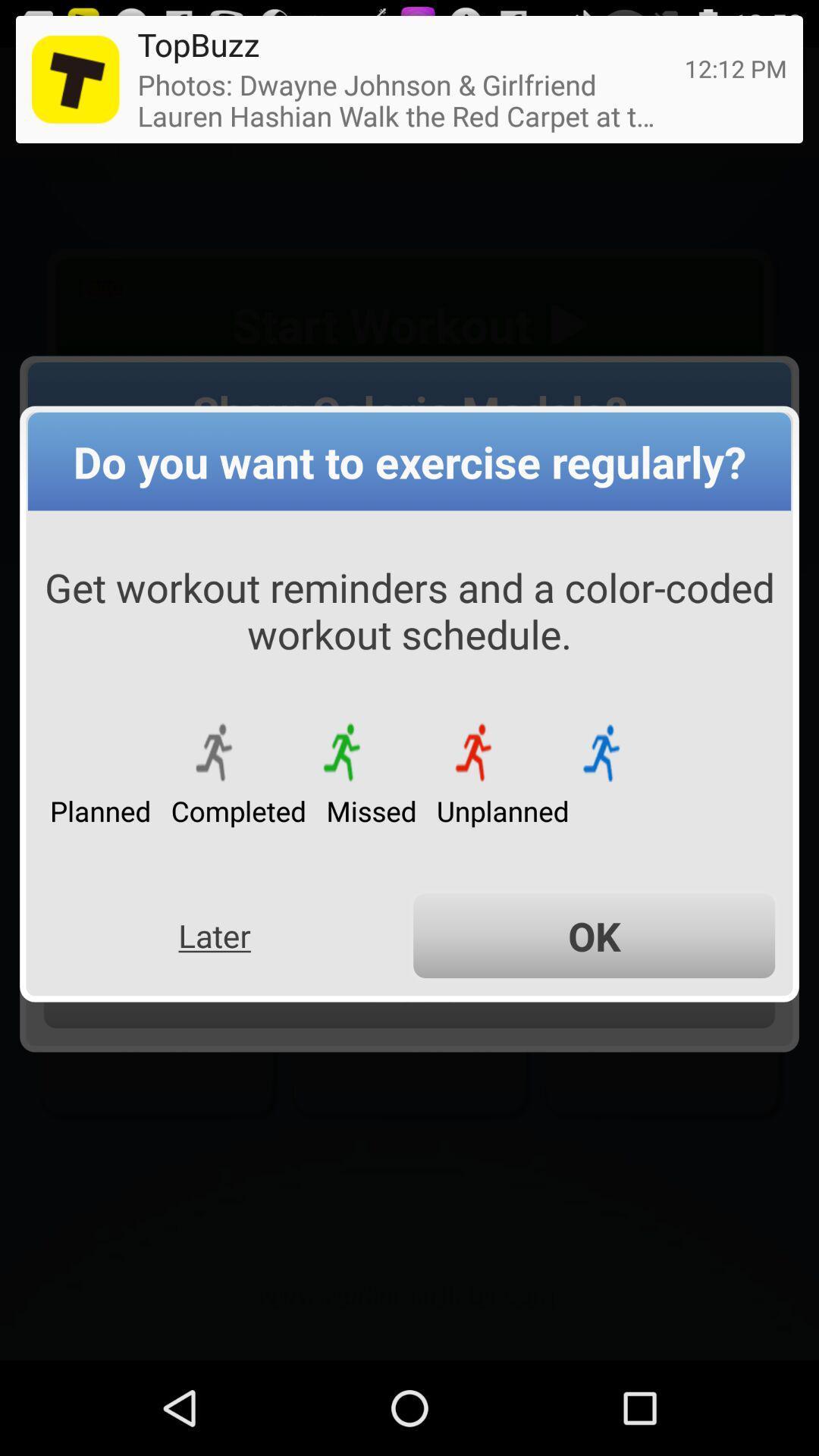 This screenshot has height=1456, width=819. Describe the element at coordinates (215, 935) in the screenshot. I see `button next to the ok button` at that location.